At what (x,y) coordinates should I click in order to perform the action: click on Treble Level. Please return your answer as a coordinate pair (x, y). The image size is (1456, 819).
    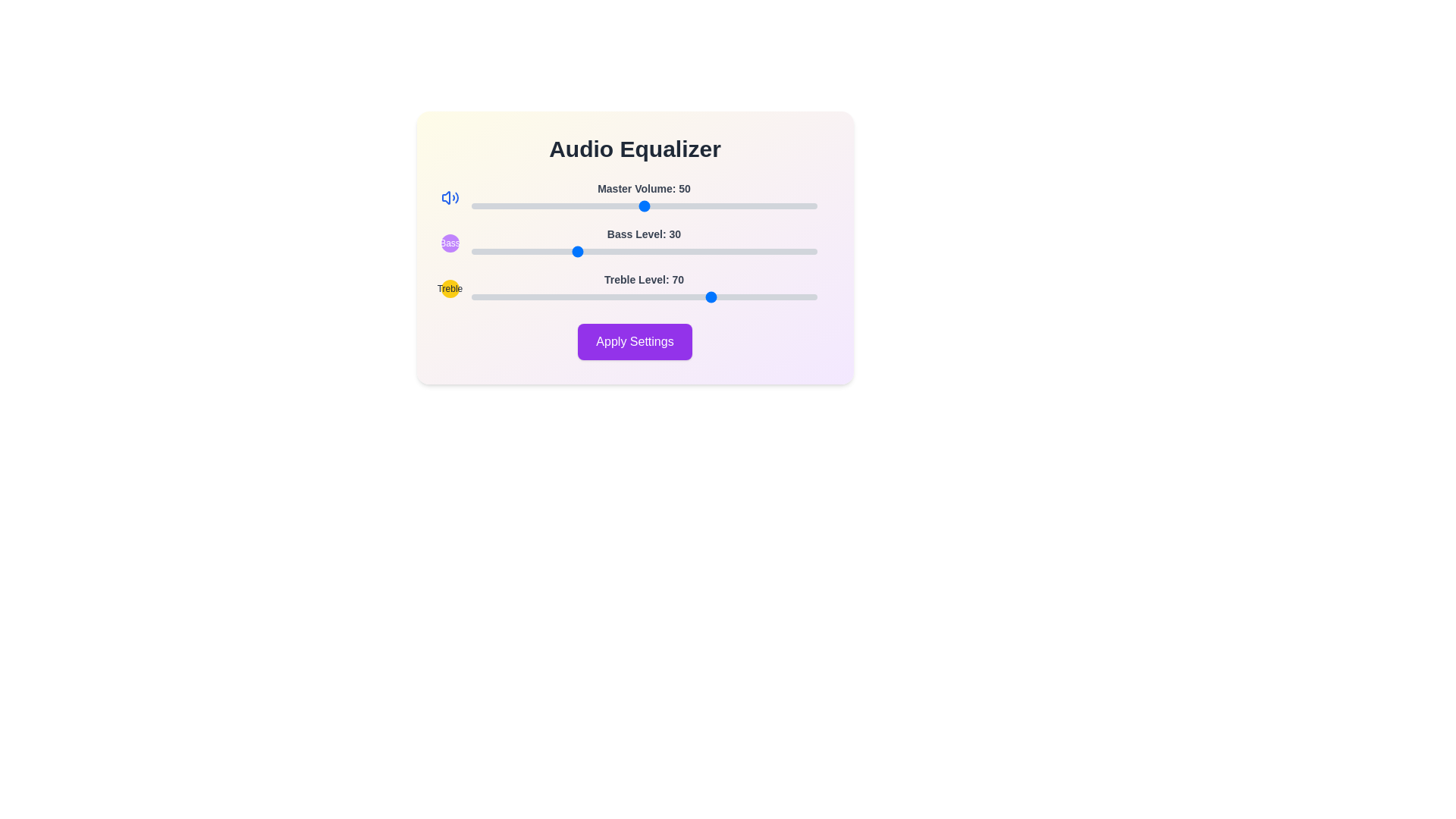
    Looking at the image, I should click on (577, 297).